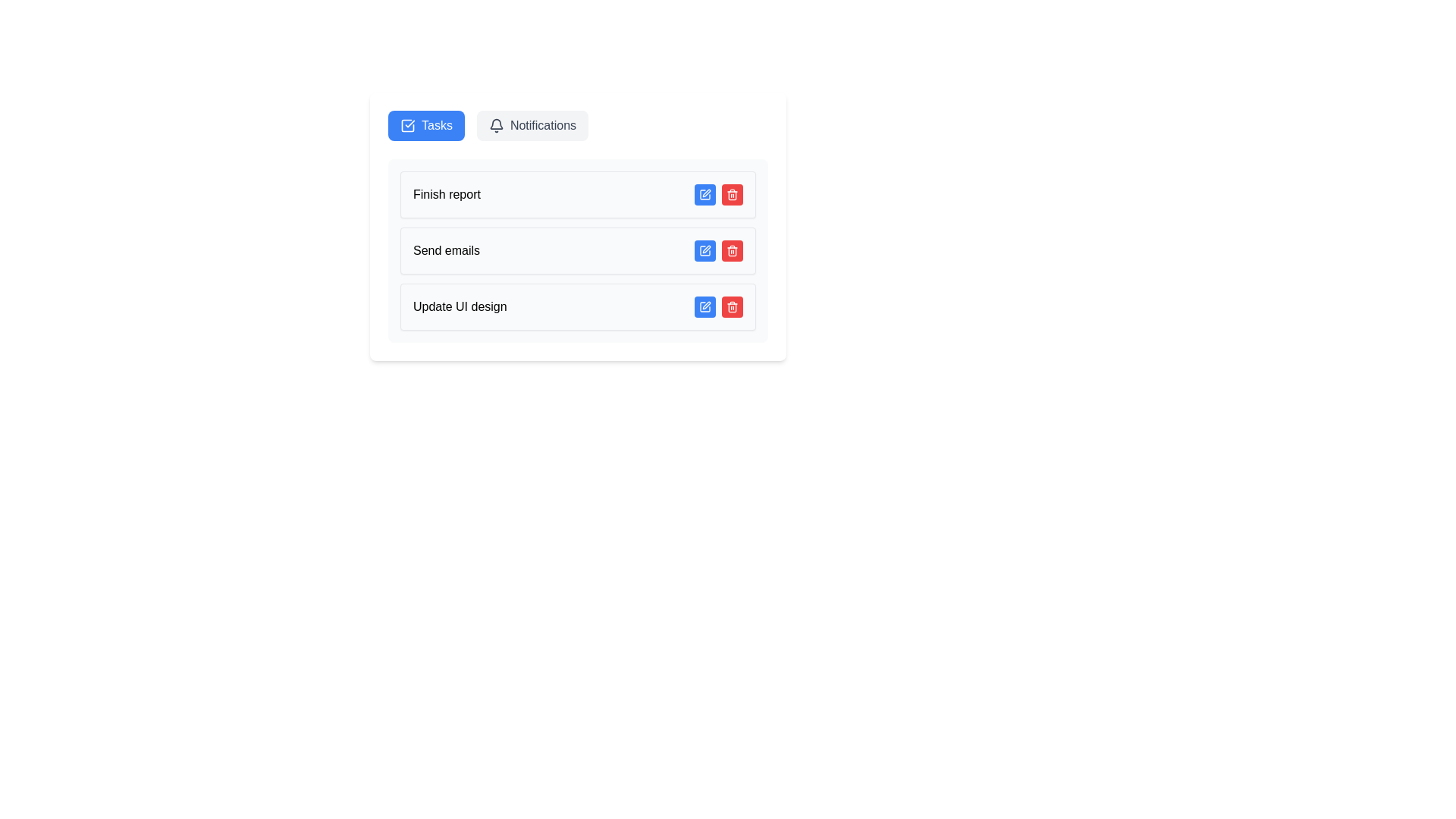 The width and height of the screenshot is (1456, 819). What do you see at coordinates (718, 250) in the screenshot?
I see `the red button with a trash bin icon in the interactive control group located on the right side of the 'Send emails' task item` at bounding box center [718, 250].